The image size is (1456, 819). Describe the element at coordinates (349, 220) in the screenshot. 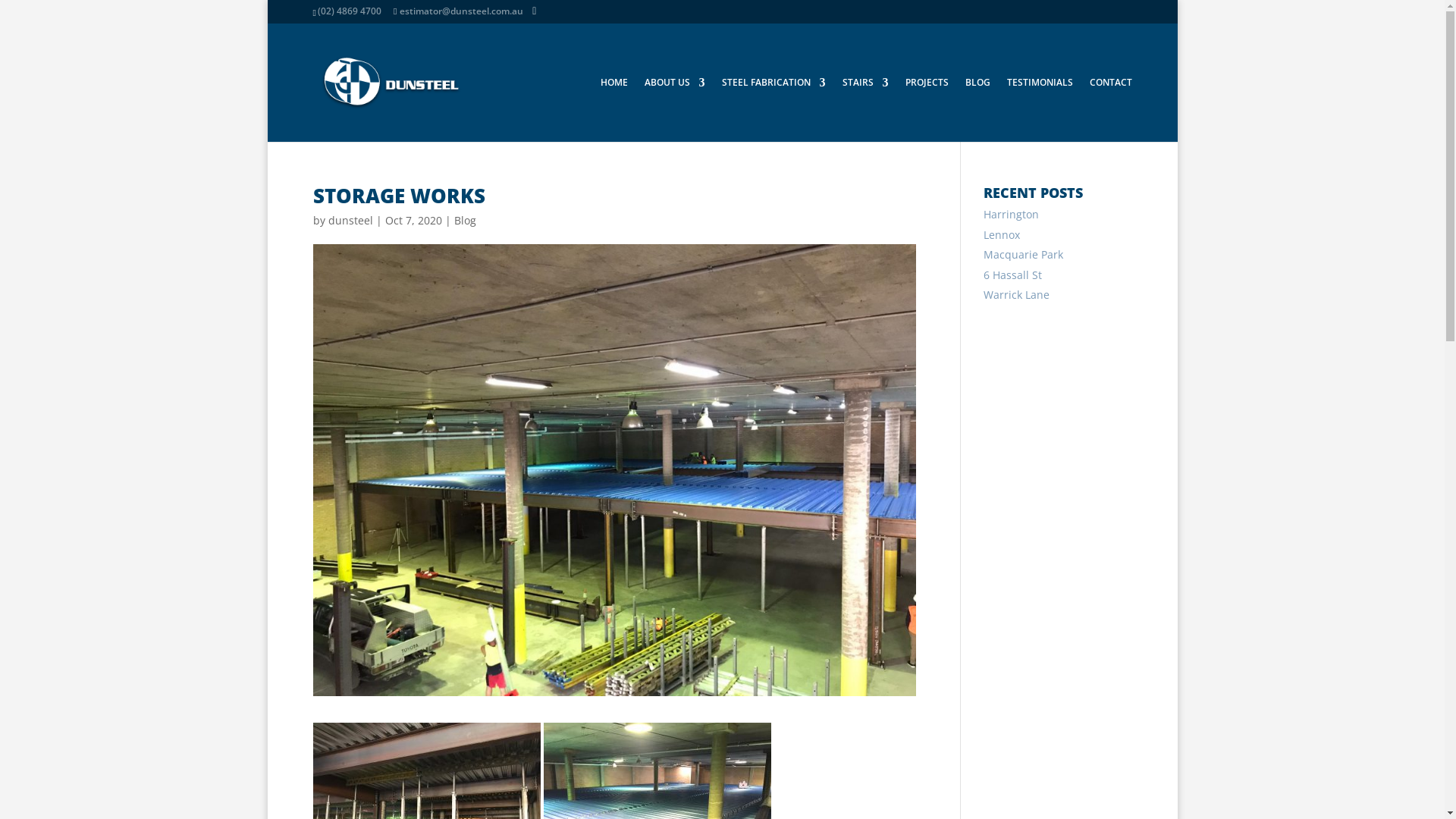

I see `'dunsteel'` at that location.